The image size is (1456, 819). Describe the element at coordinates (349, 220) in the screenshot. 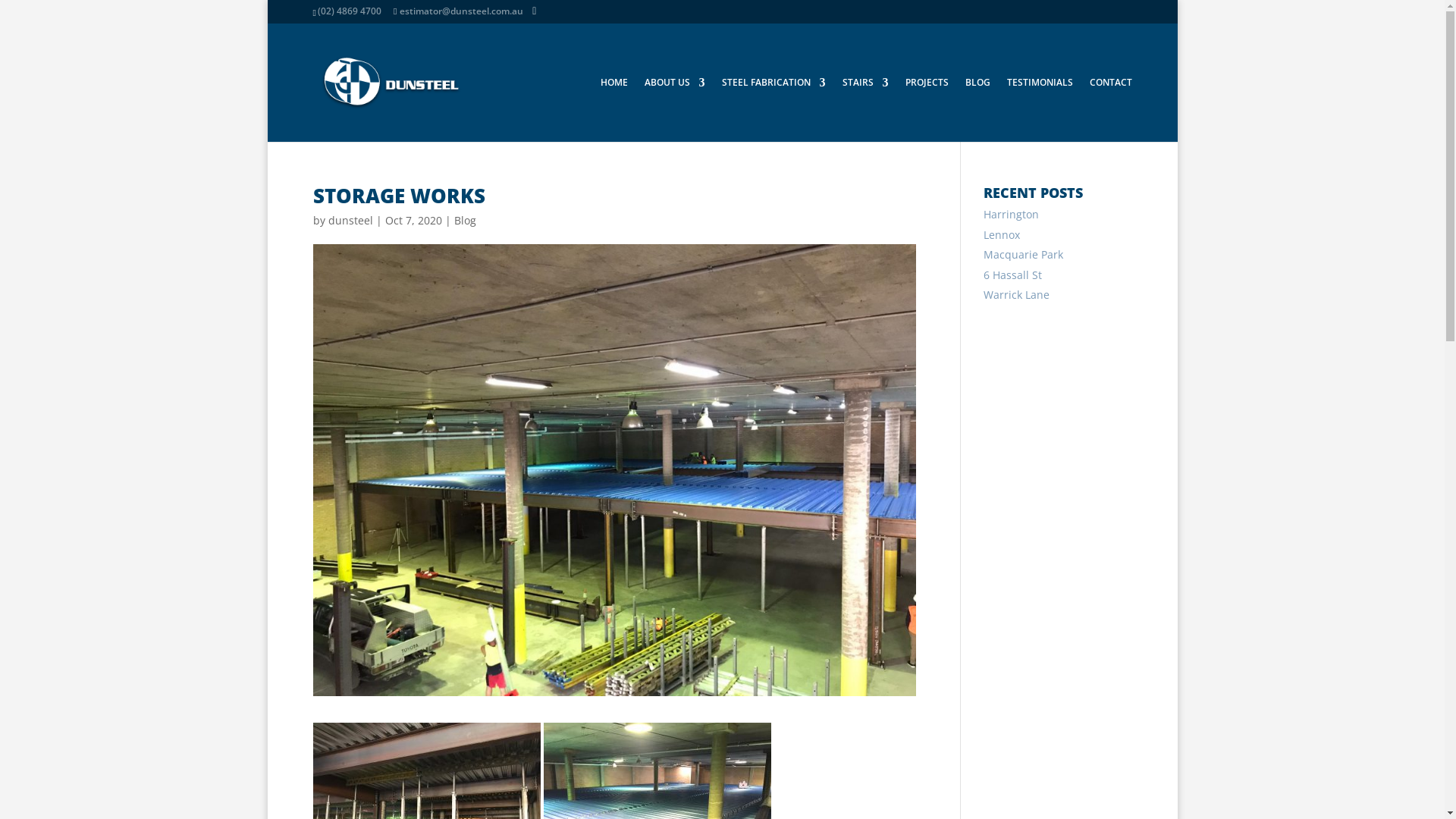

I see `'dunsteel'` at that location.